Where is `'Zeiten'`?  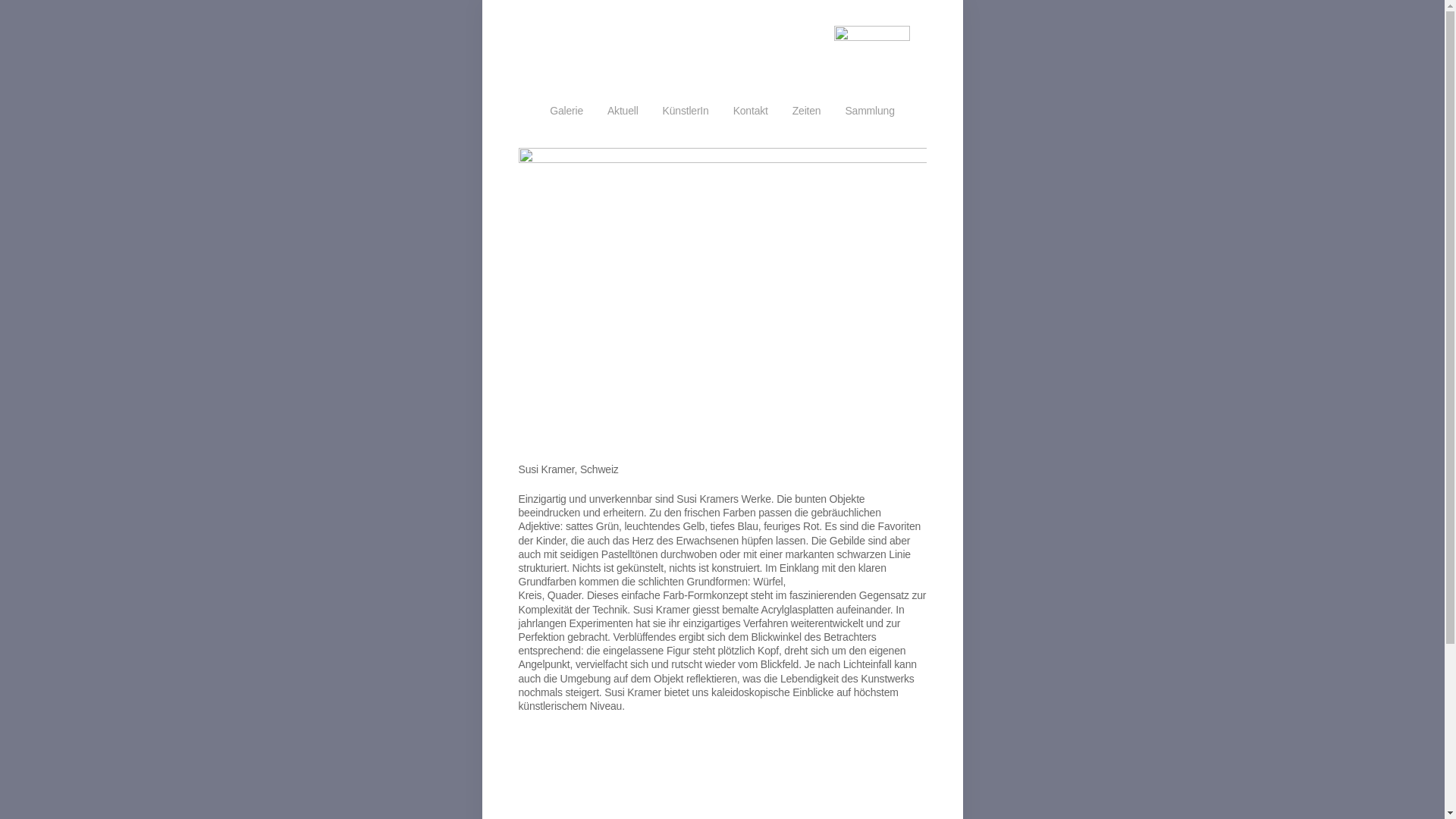
'Zeiten' is located at coordinates (806, 110).